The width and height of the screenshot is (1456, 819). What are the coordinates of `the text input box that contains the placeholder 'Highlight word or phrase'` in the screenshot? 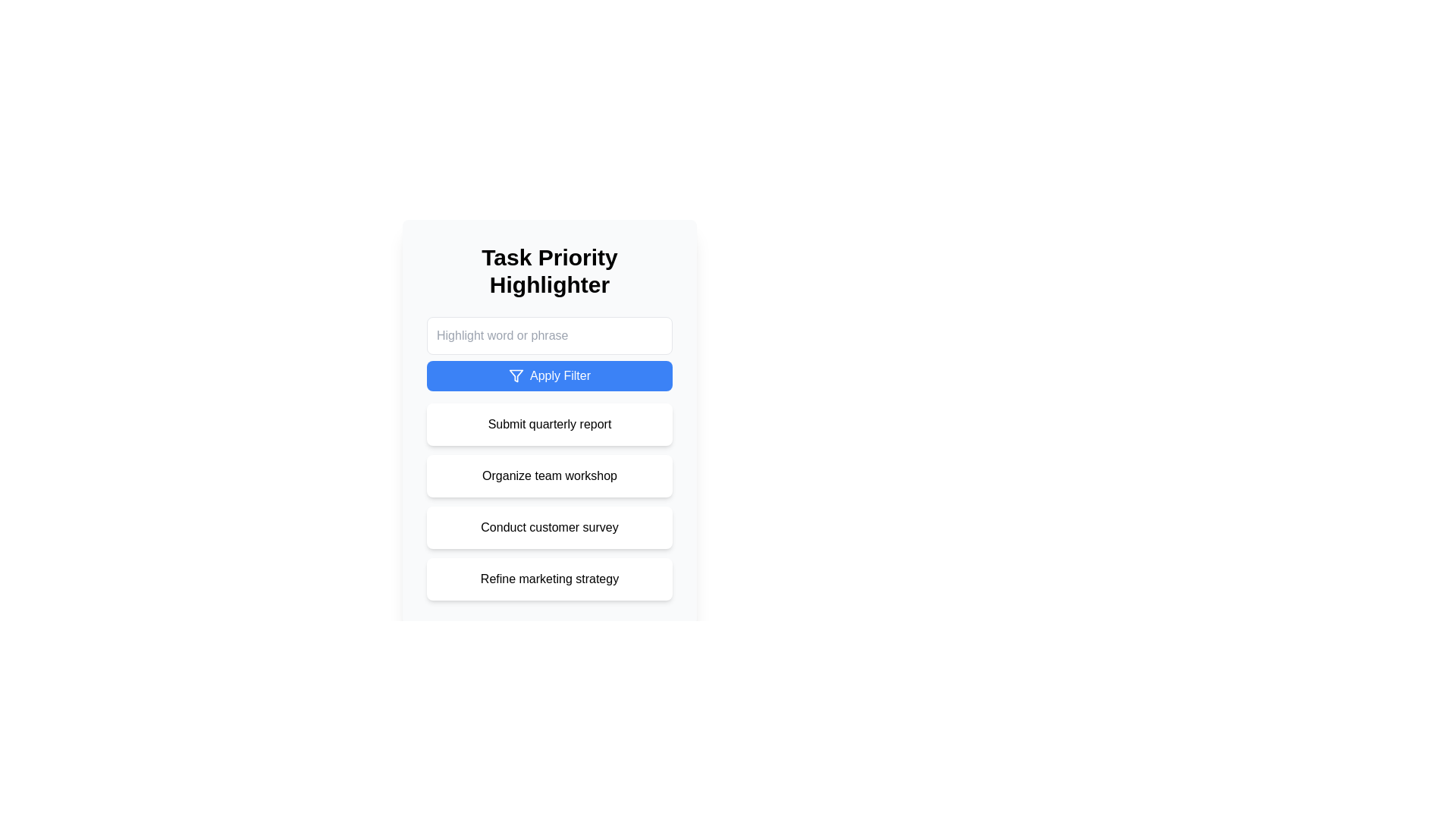 It's located at (548, 335).